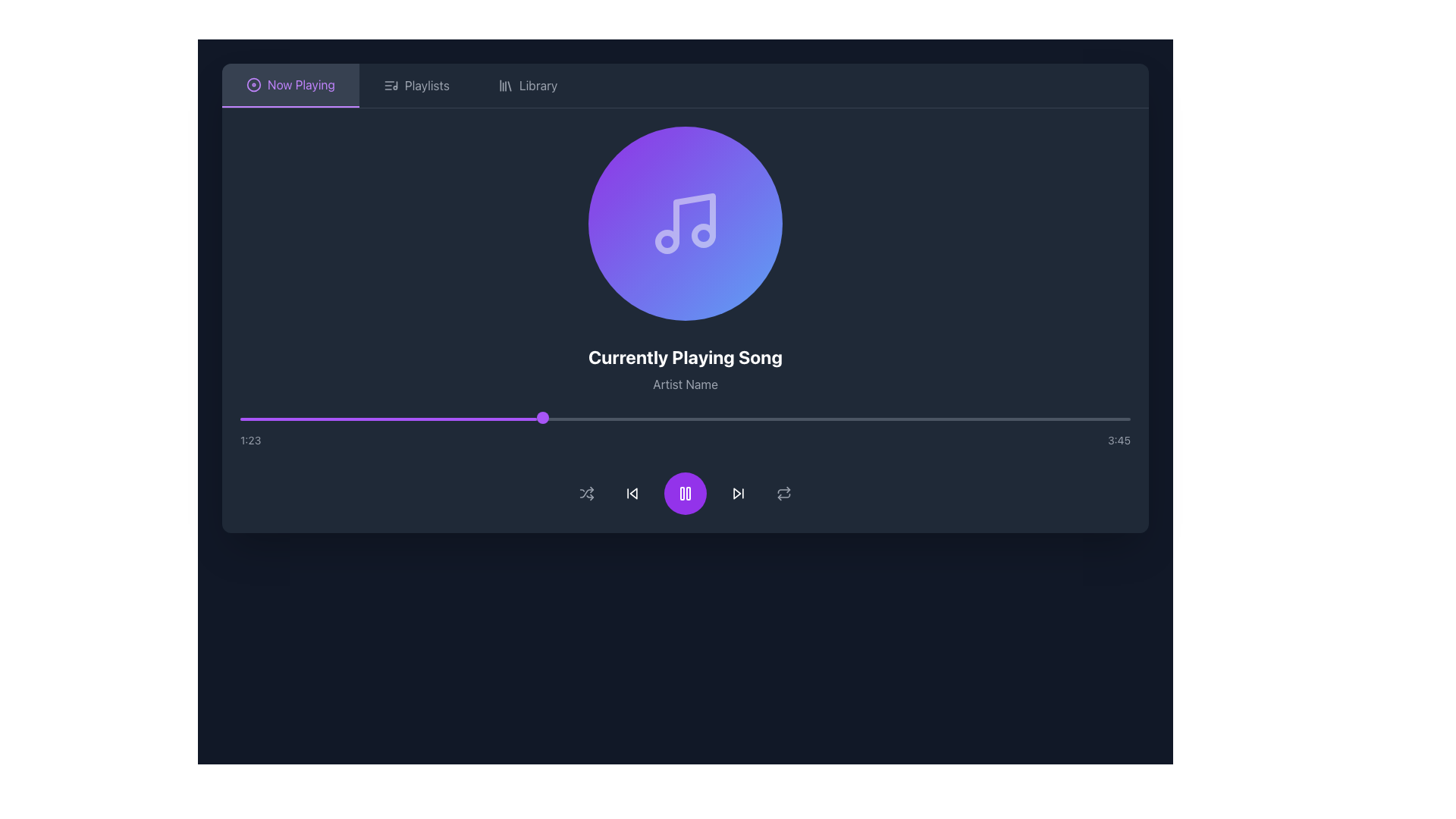 This screenshot has height=819, width=1456. I want to click on the visual representation of the icon resembling a list with a musical note, located to the left of the 'Playlists' text in the upper navigation bar, so click(391, 85).